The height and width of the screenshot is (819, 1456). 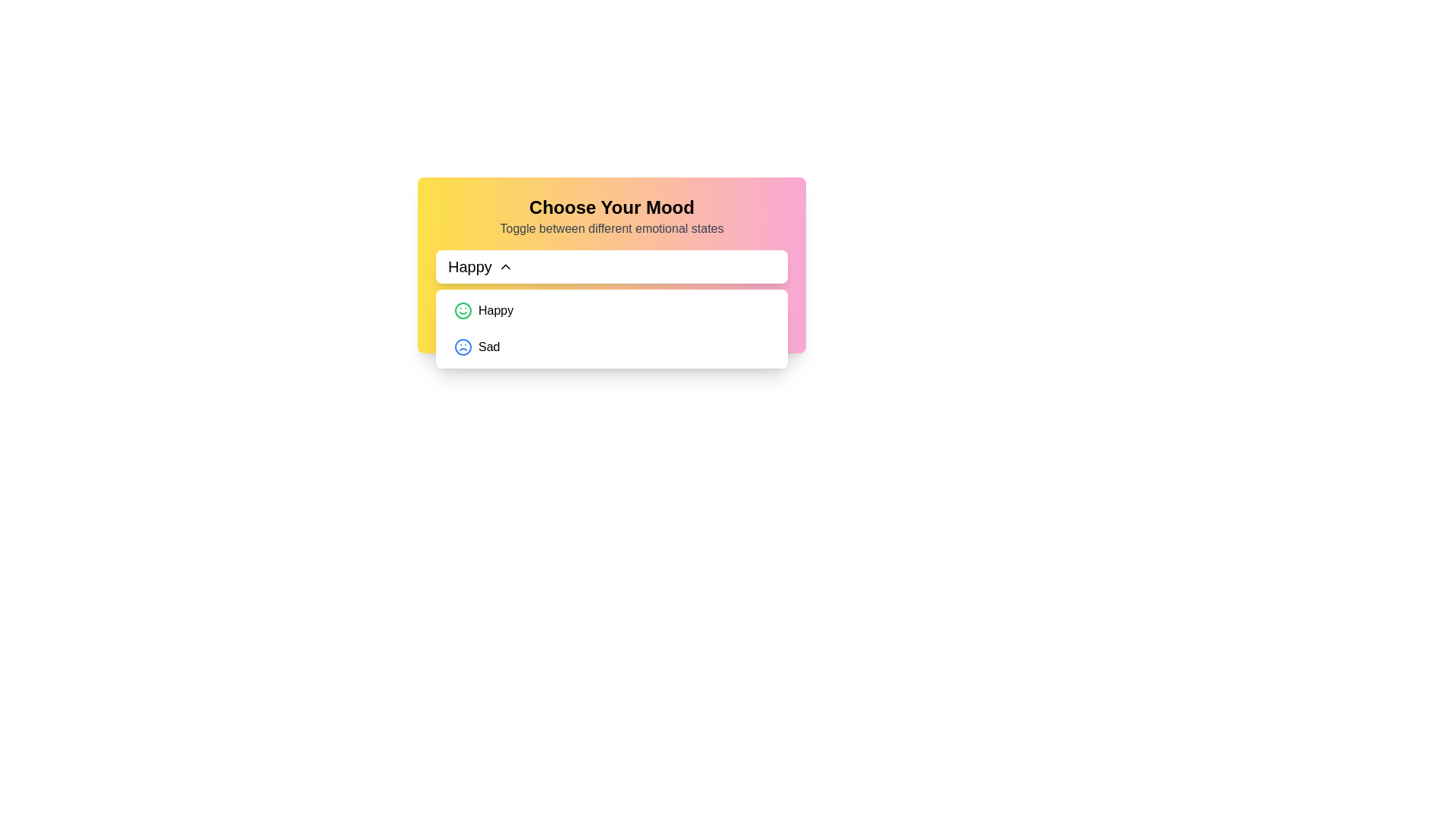 I want to click on the 'Sad' button, which is a text-button pair with a blue sad face icon and black text, located in the dropdown list under the 'Choose Your Mood' section as the second option, so click(x=476, y=347).